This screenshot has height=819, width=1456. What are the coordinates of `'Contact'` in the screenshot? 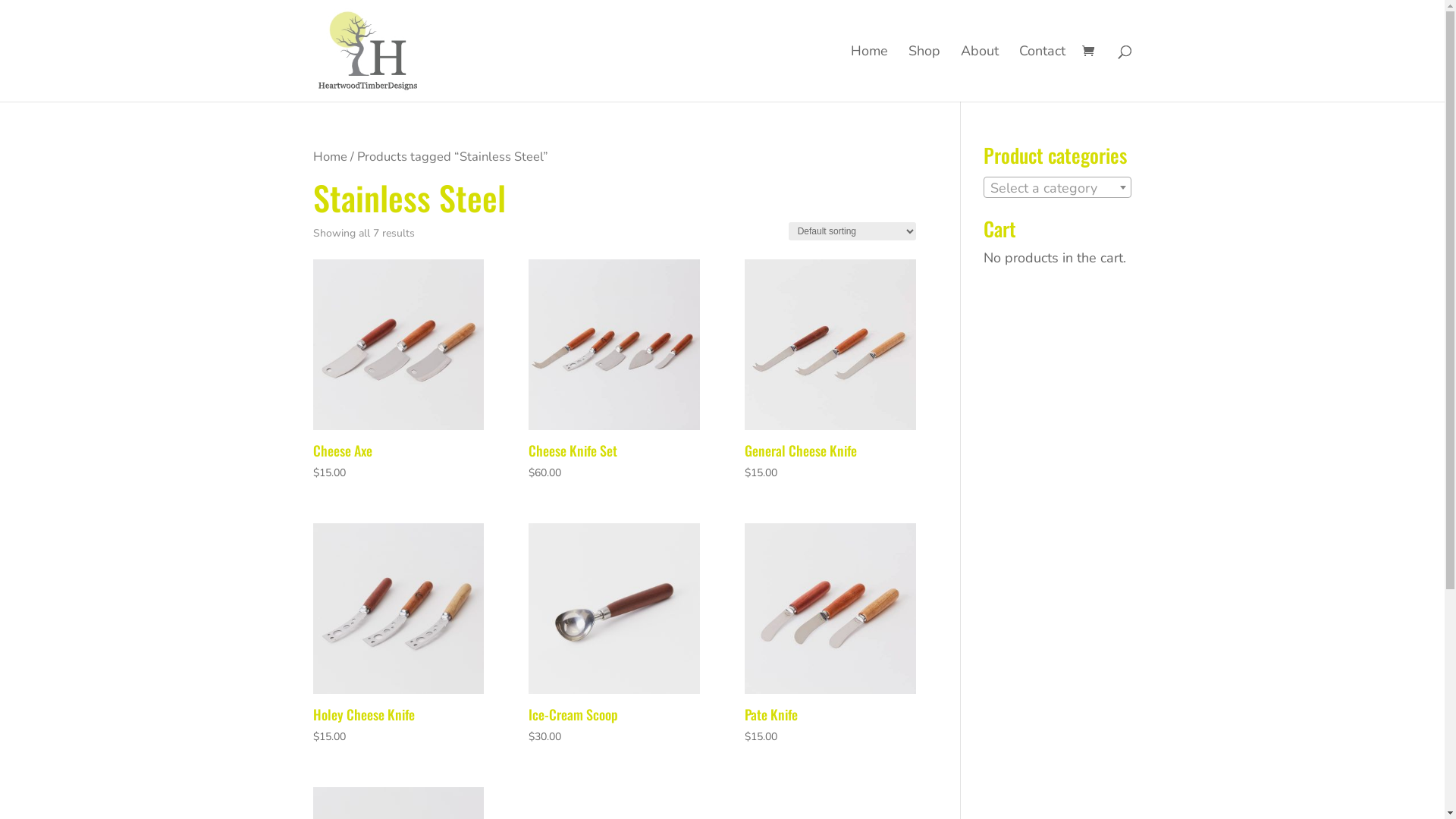 It's located at (1019, 73).